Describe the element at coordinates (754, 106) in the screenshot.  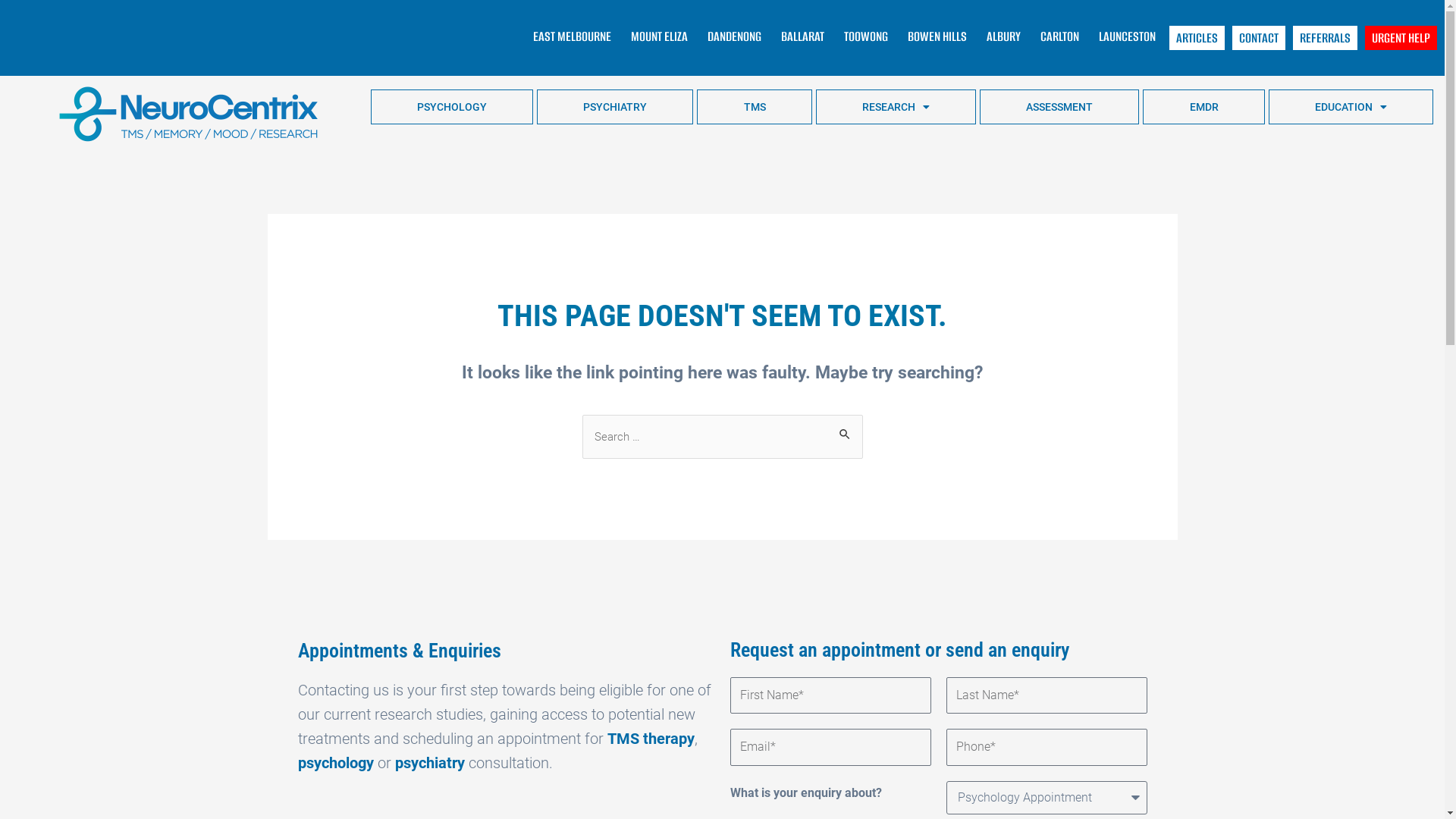
I see `'TMS'` at that location.